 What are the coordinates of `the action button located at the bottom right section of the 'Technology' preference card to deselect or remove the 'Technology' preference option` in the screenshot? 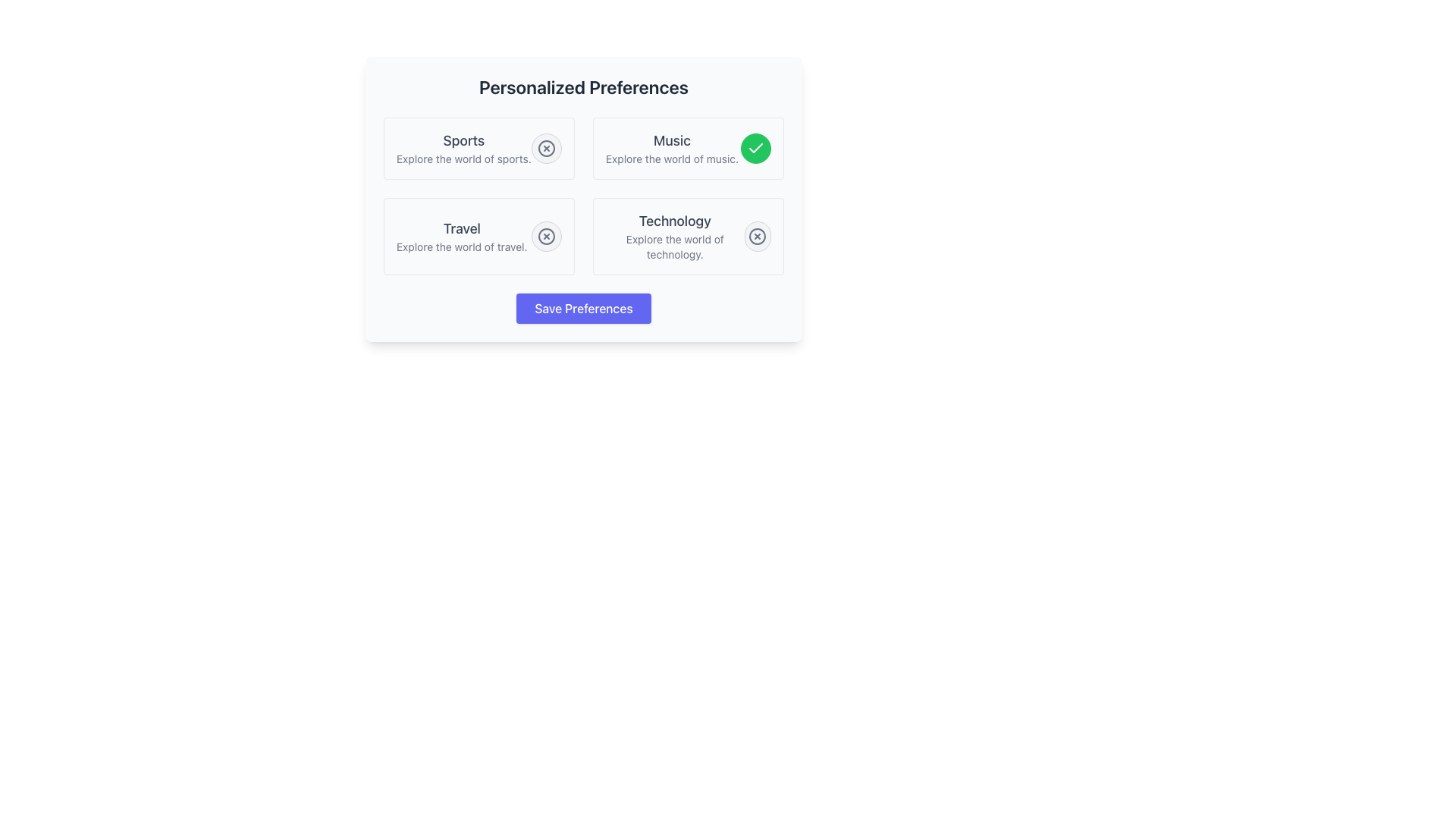 It's located at (758, 237).